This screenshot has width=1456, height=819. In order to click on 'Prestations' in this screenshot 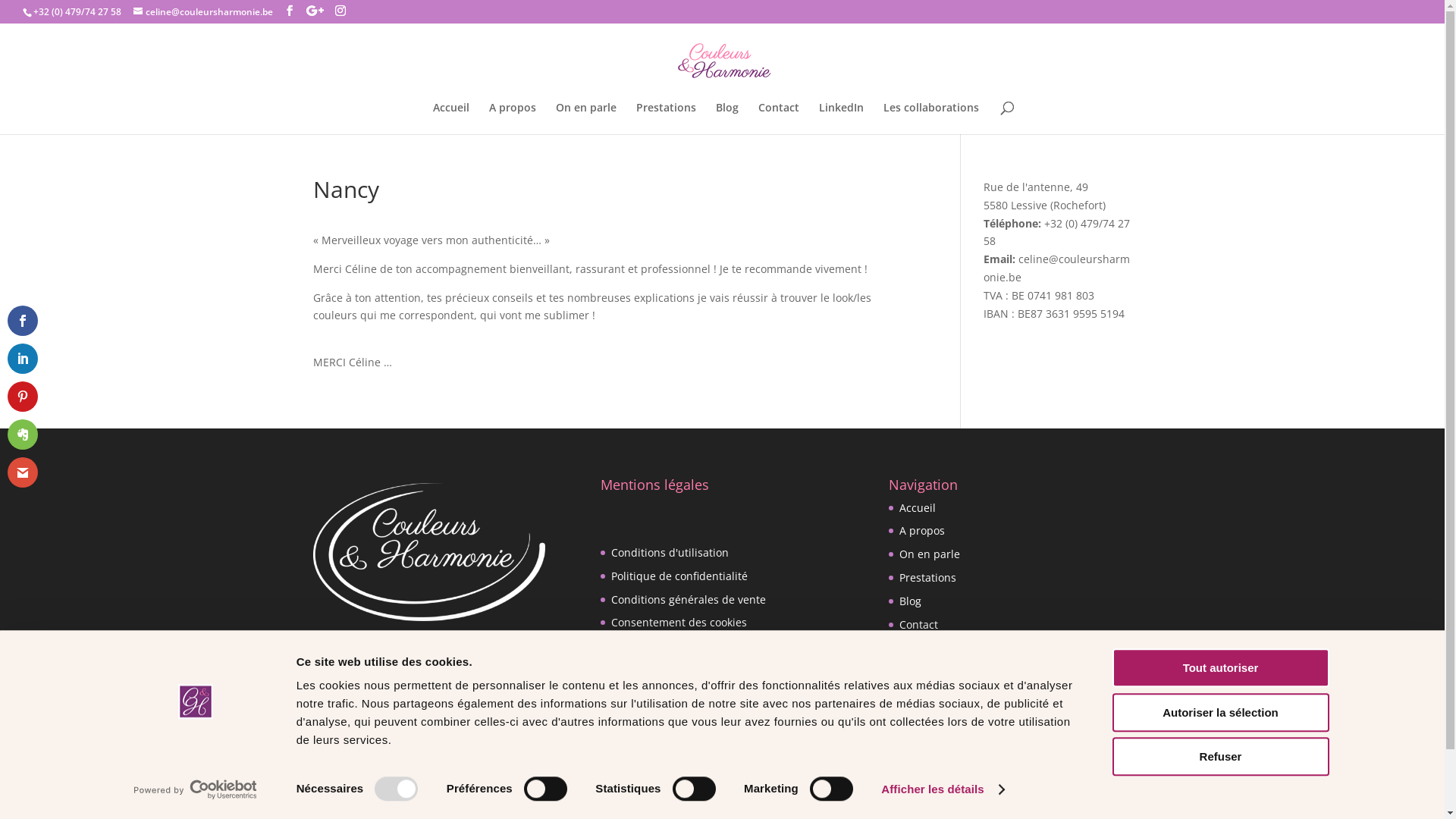, I will do `click(927, 577)`.